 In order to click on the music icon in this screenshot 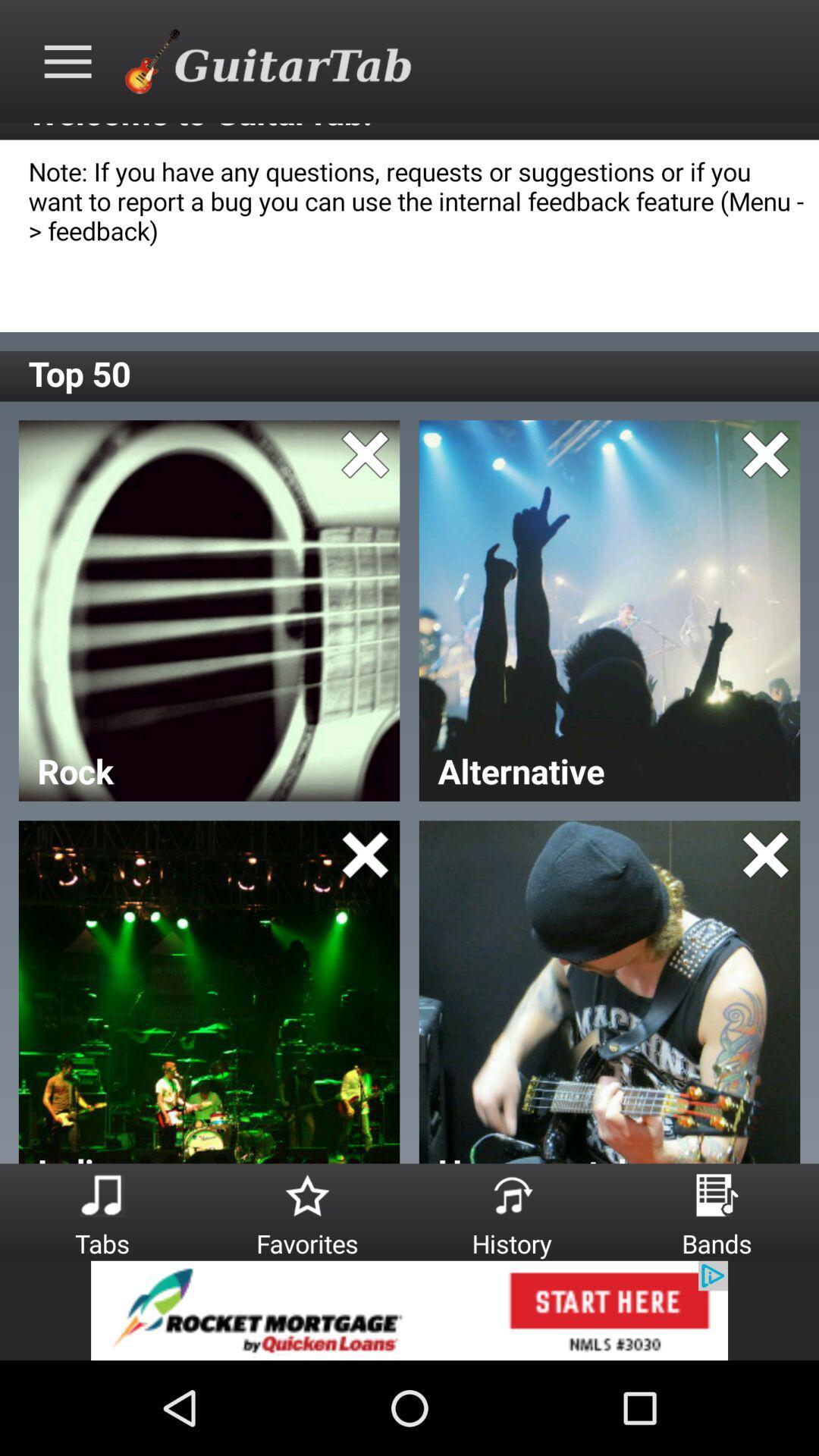, I will do `click(102, 1194)`.